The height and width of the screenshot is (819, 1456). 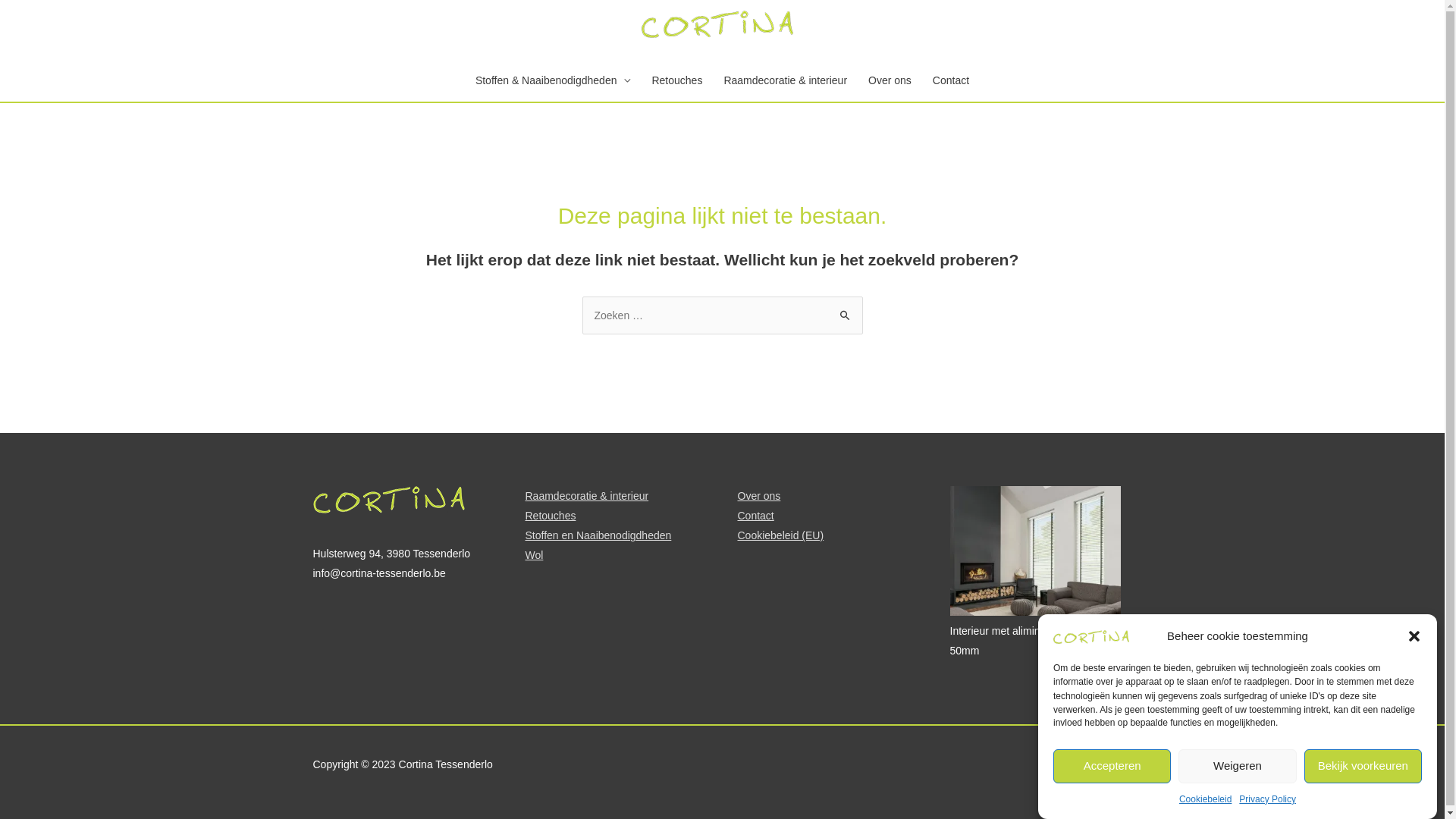 I want to click on 'Contact', so click(x=755, y=514).